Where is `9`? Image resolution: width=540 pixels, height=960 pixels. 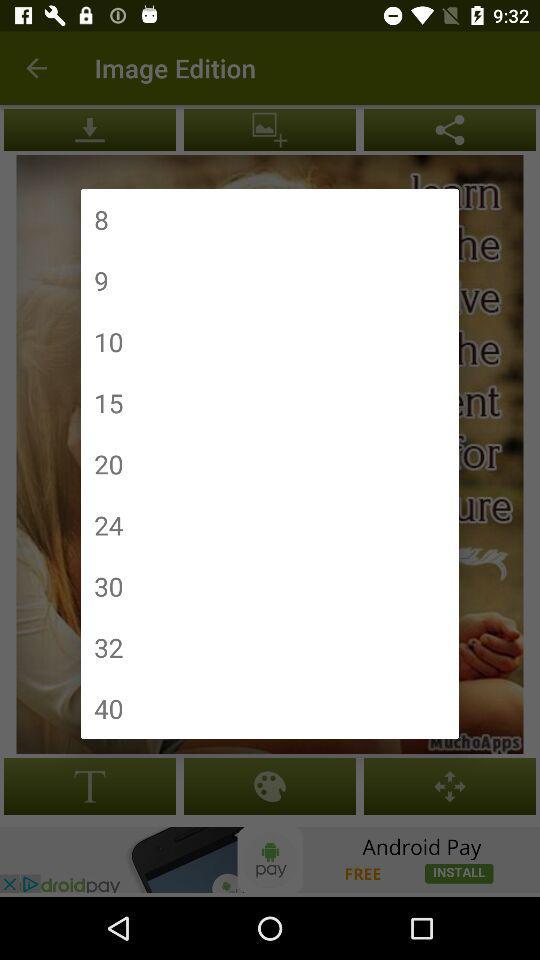 9 is located at coordinates (100, 279).